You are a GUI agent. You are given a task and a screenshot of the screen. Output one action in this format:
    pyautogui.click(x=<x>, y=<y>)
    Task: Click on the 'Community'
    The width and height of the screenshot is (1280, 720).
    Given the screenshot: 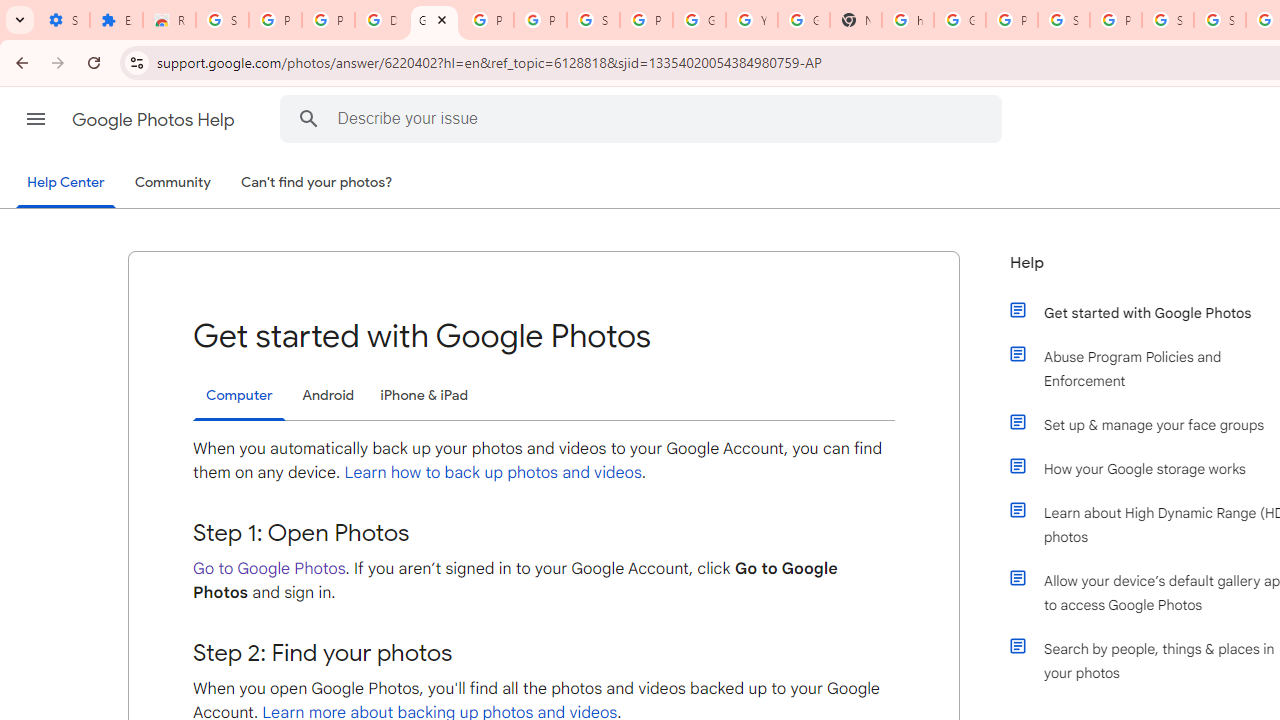 What is the action you would take?
    pyautogui.click(x=172, y=183)
    